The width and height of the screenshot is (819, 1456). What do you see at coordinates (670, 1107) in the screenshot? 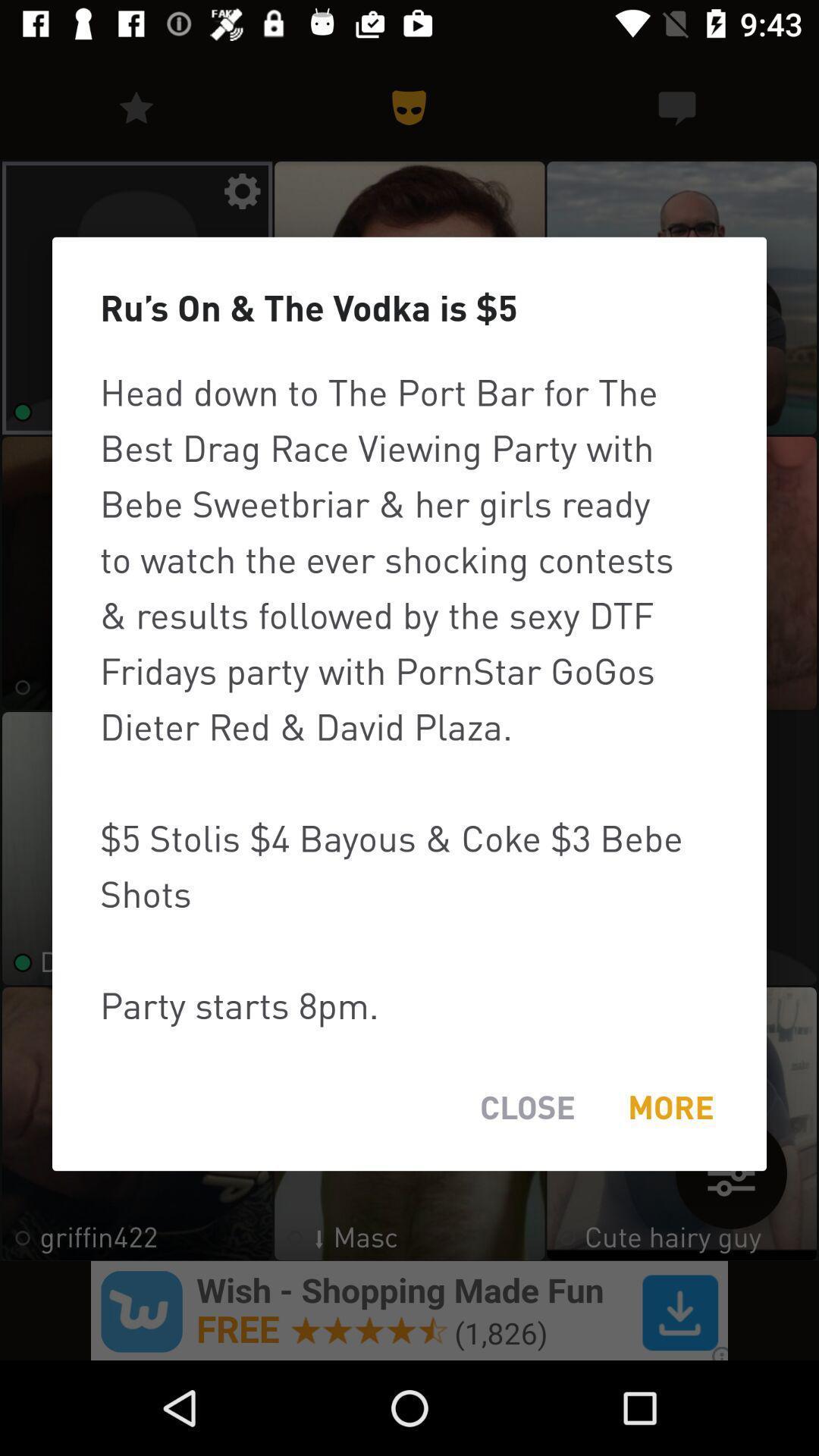
I see `the item to the right of close` at bounding box center [670, 1107].